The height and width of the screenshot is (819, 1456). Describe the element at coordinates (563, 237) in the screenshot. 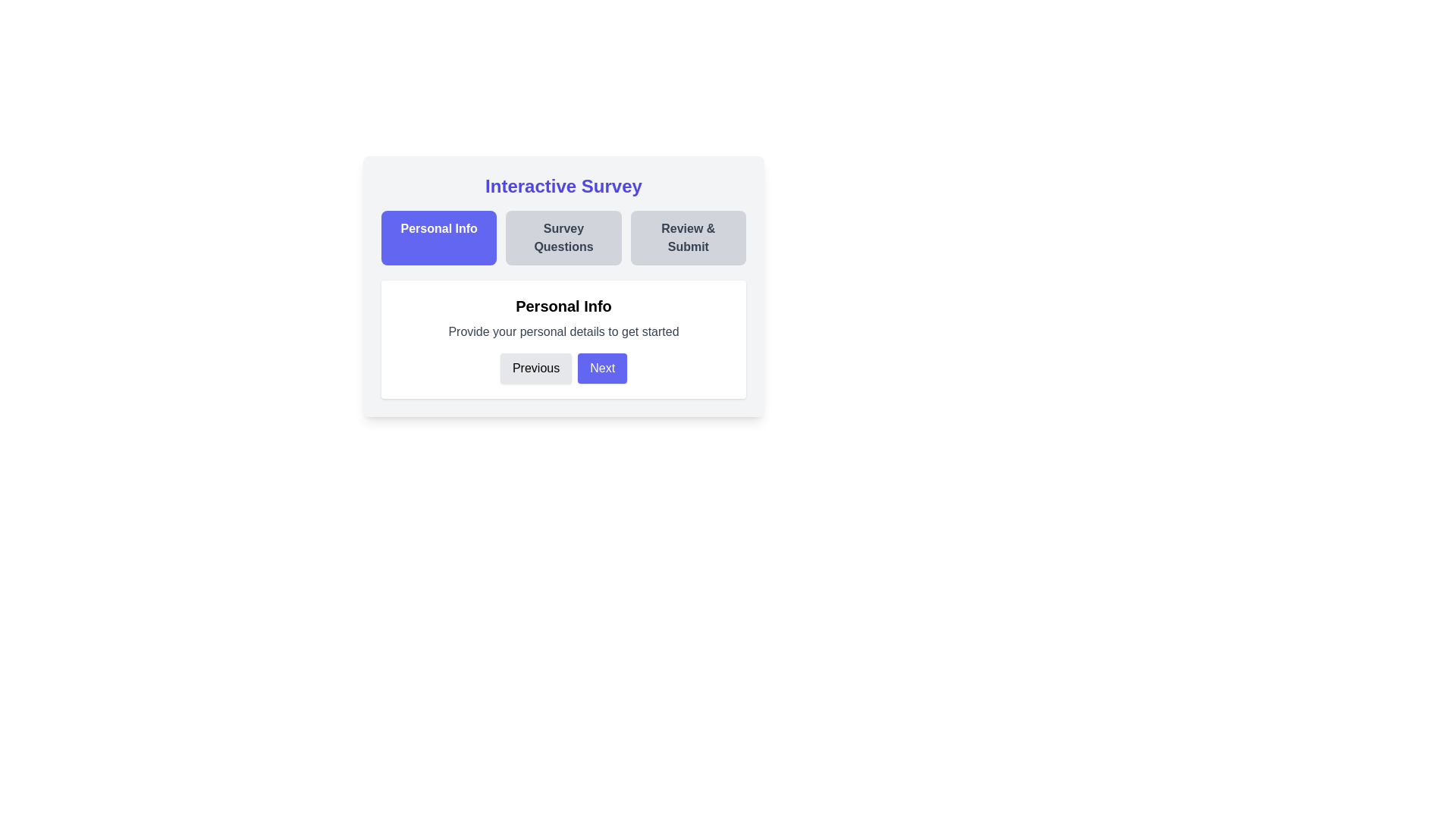

I see `the step title Survey Questions to navigate to the corresponding step` at that location.